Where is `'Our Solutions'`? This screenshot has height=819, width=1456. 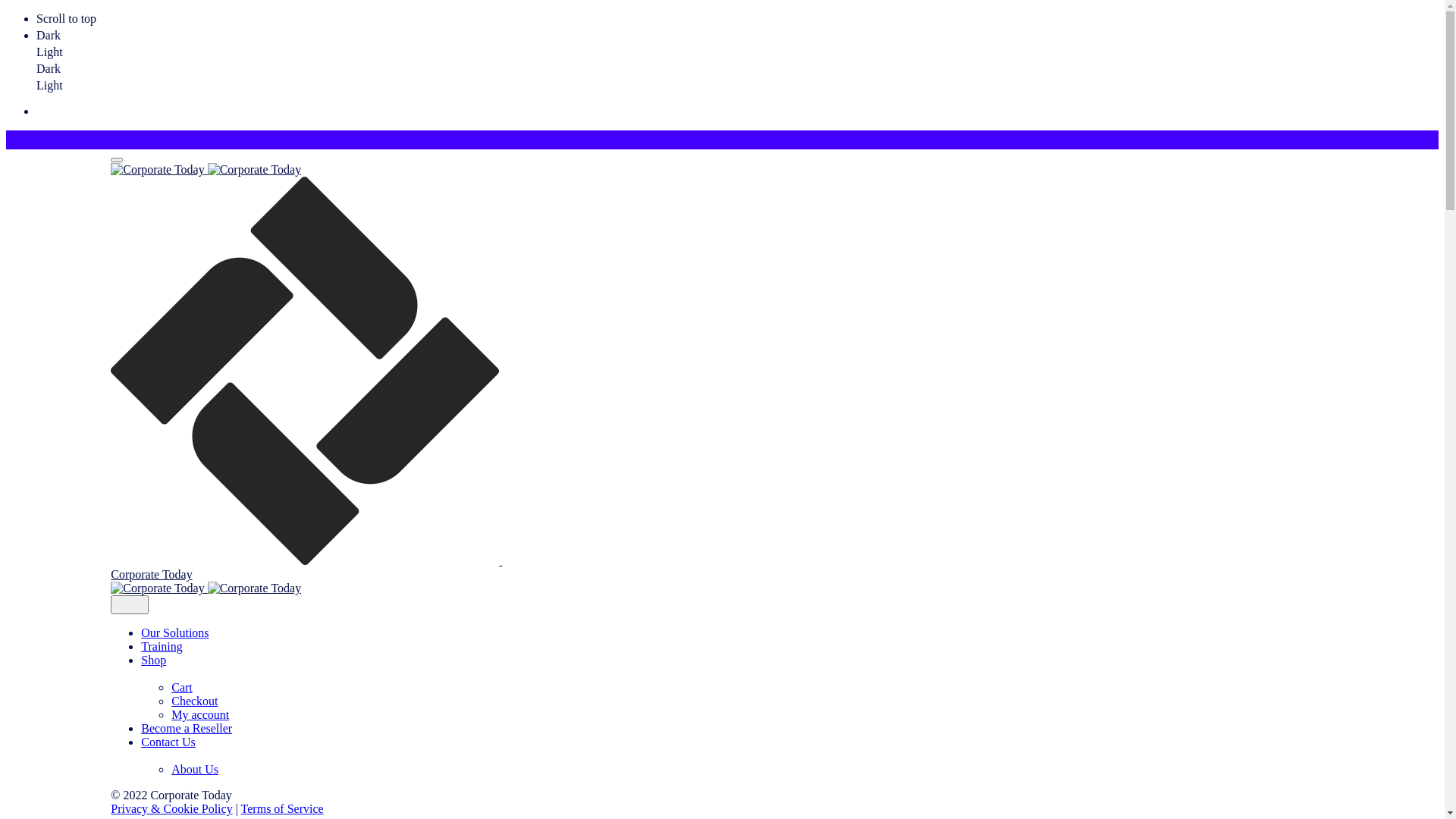 'Our Solutions' is located at coordinates (174, 632).